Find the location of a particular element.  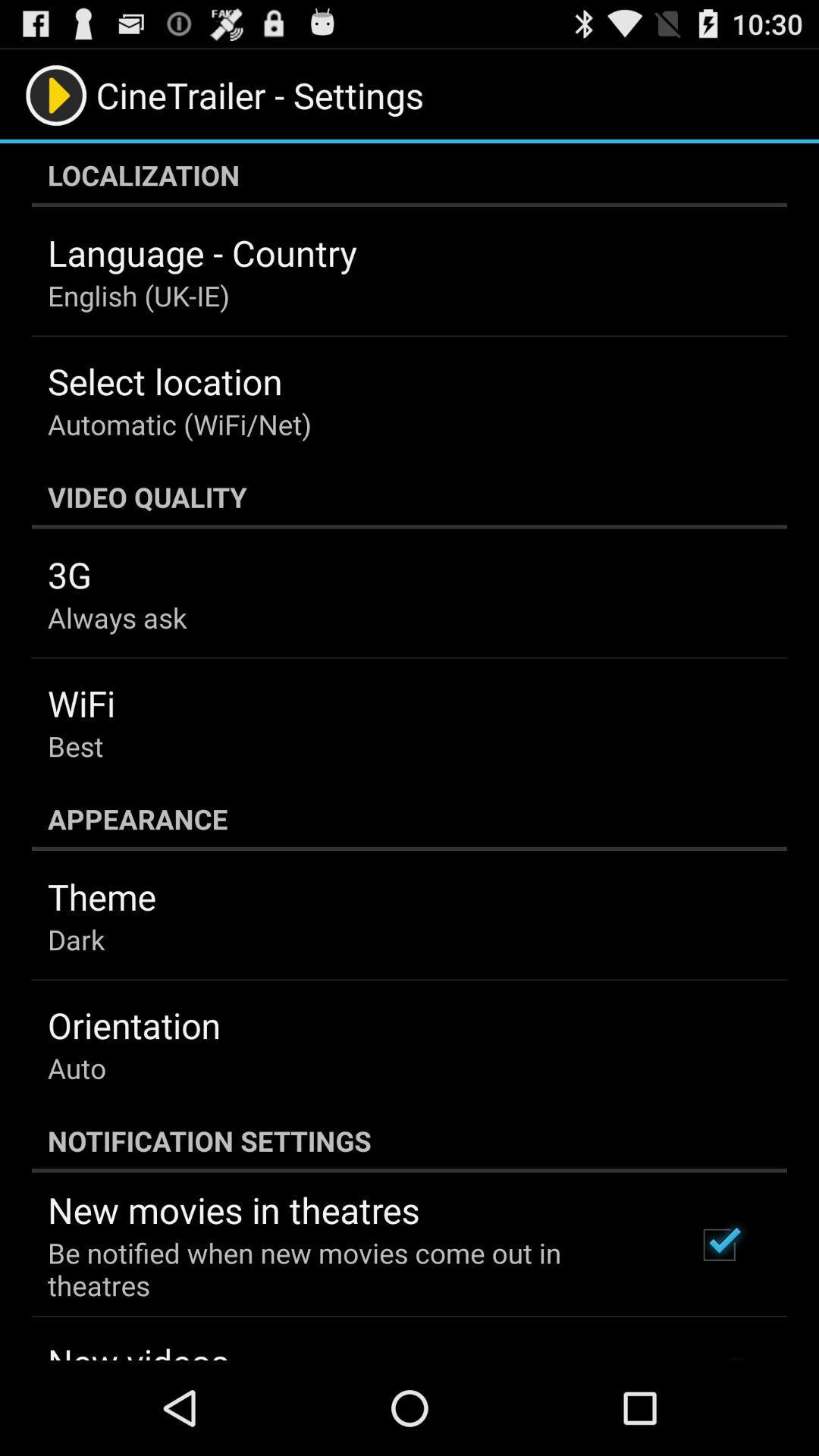

the icon above wifi is located at coordinates (116, 617).